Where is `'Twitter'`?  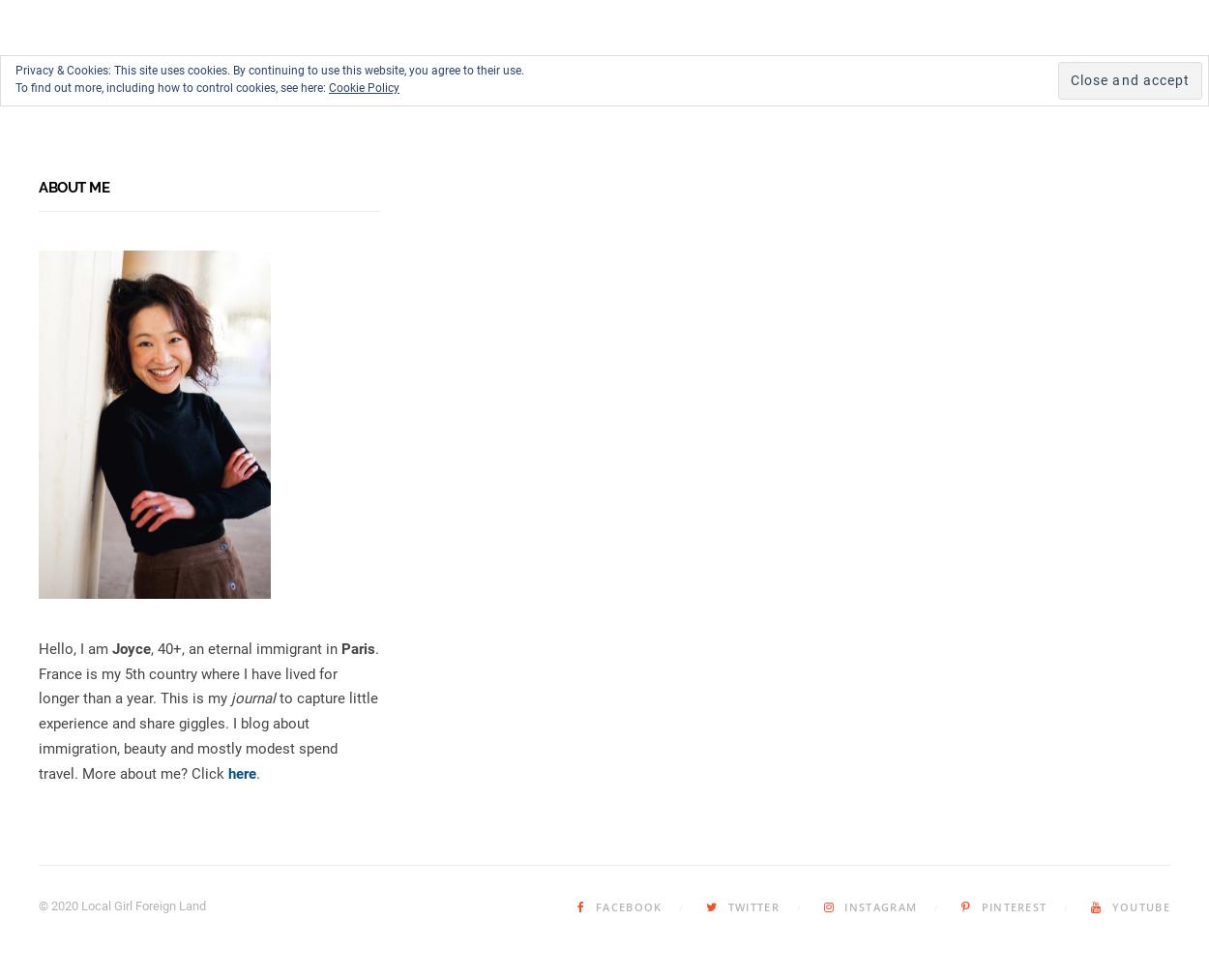 'Twitter' is located at coordinates (753, 906).